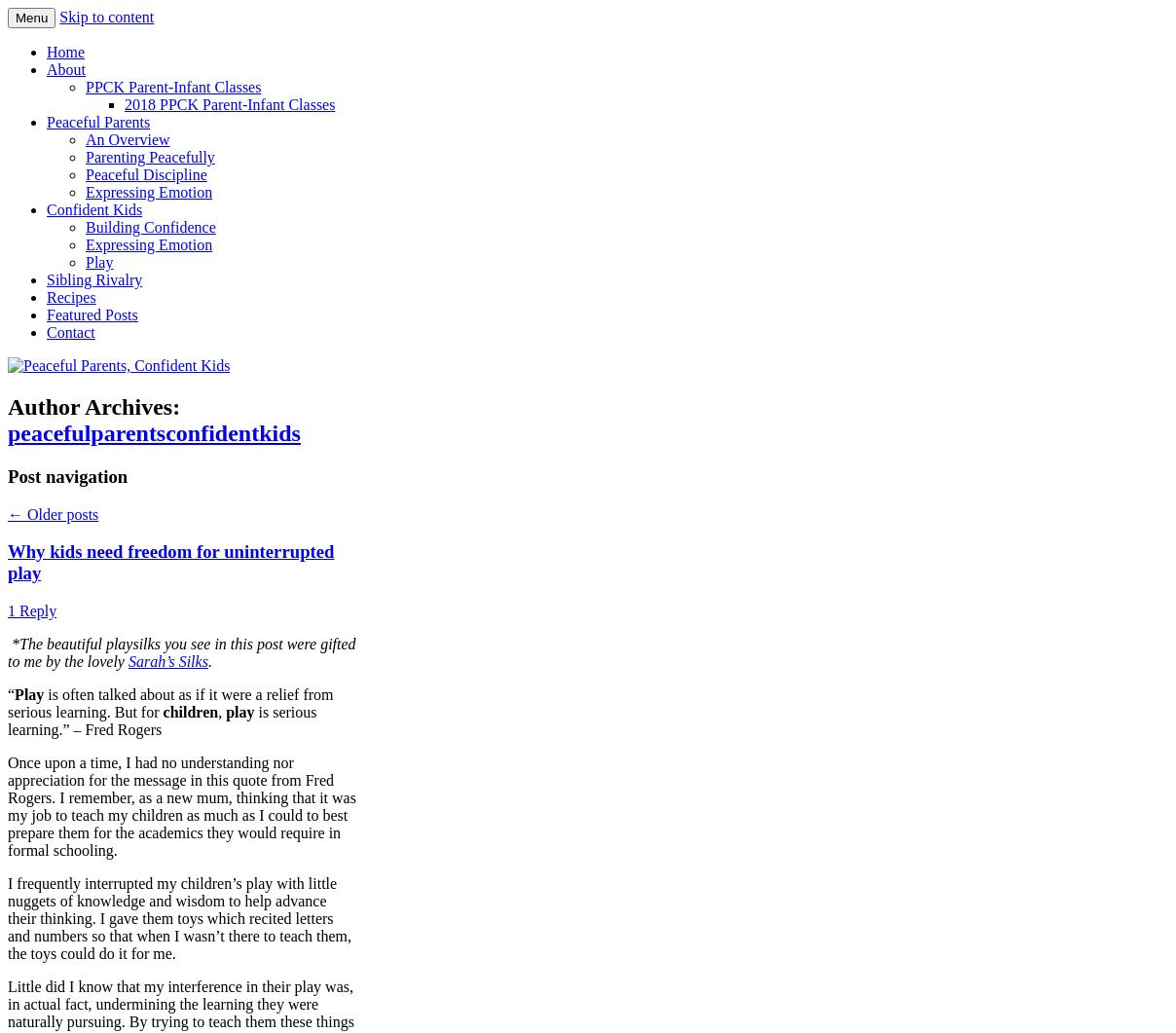  What do you see at coordinates (6, 432) in the screenshot?
I see `'peacefulparentsconfidentkids'` at bounding box center [6, 432].